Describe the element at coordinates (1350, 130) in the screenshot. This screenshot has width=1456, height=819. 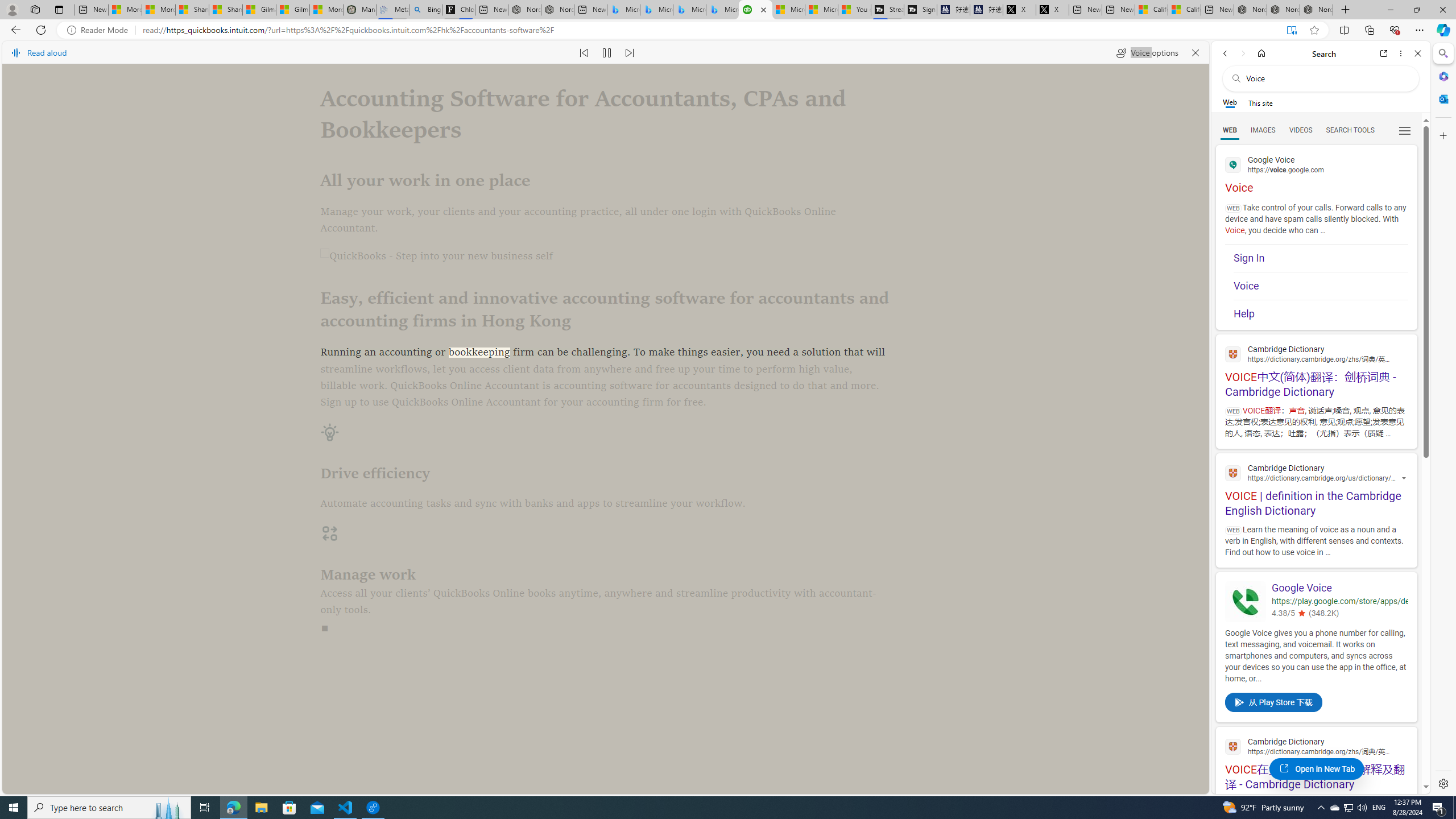
I see `'SEARCH TOOLS'` at that location.